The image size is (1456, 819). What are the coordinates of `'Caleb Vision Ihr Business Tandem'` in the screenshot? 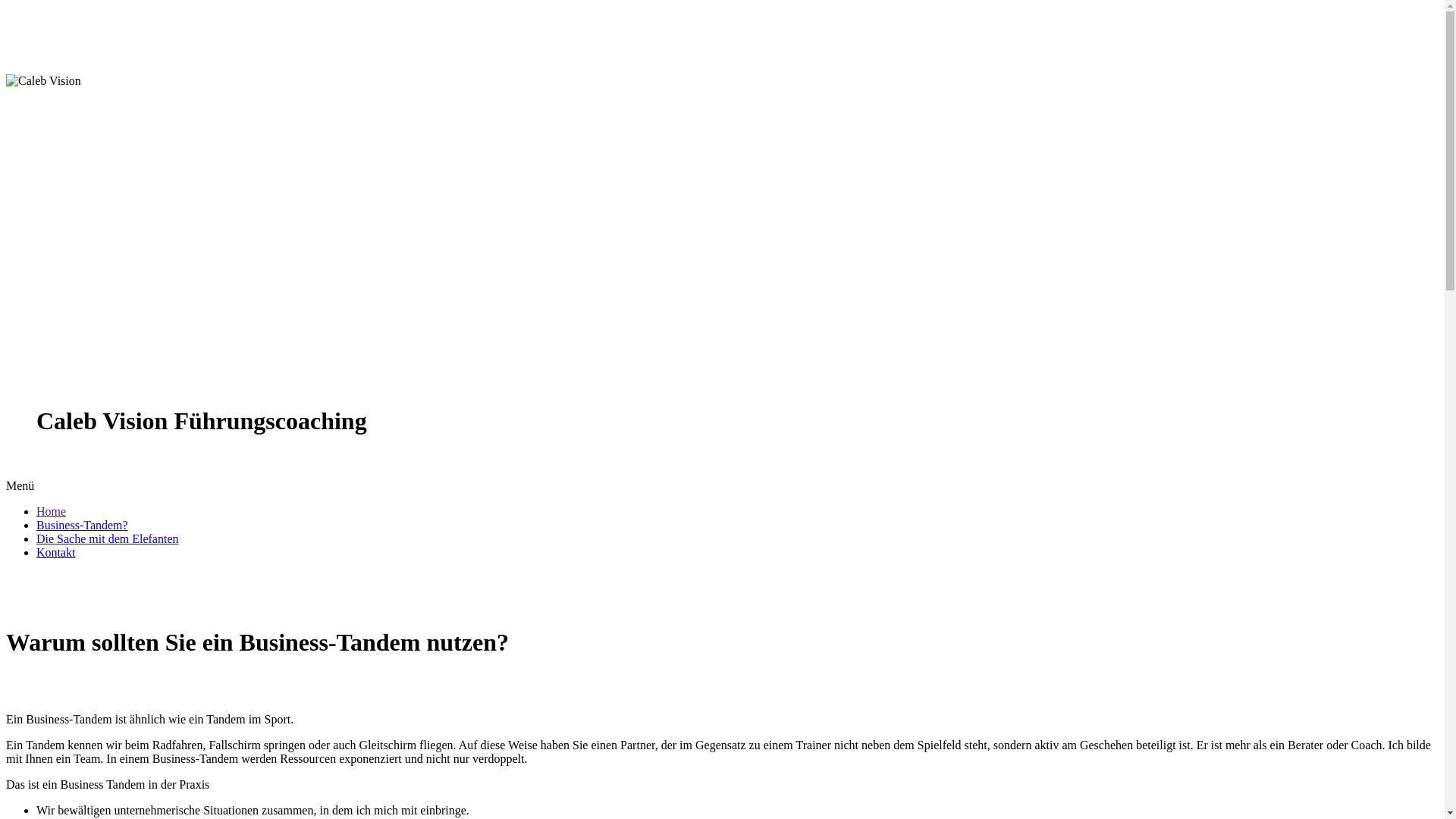 It's located at (43, 81).